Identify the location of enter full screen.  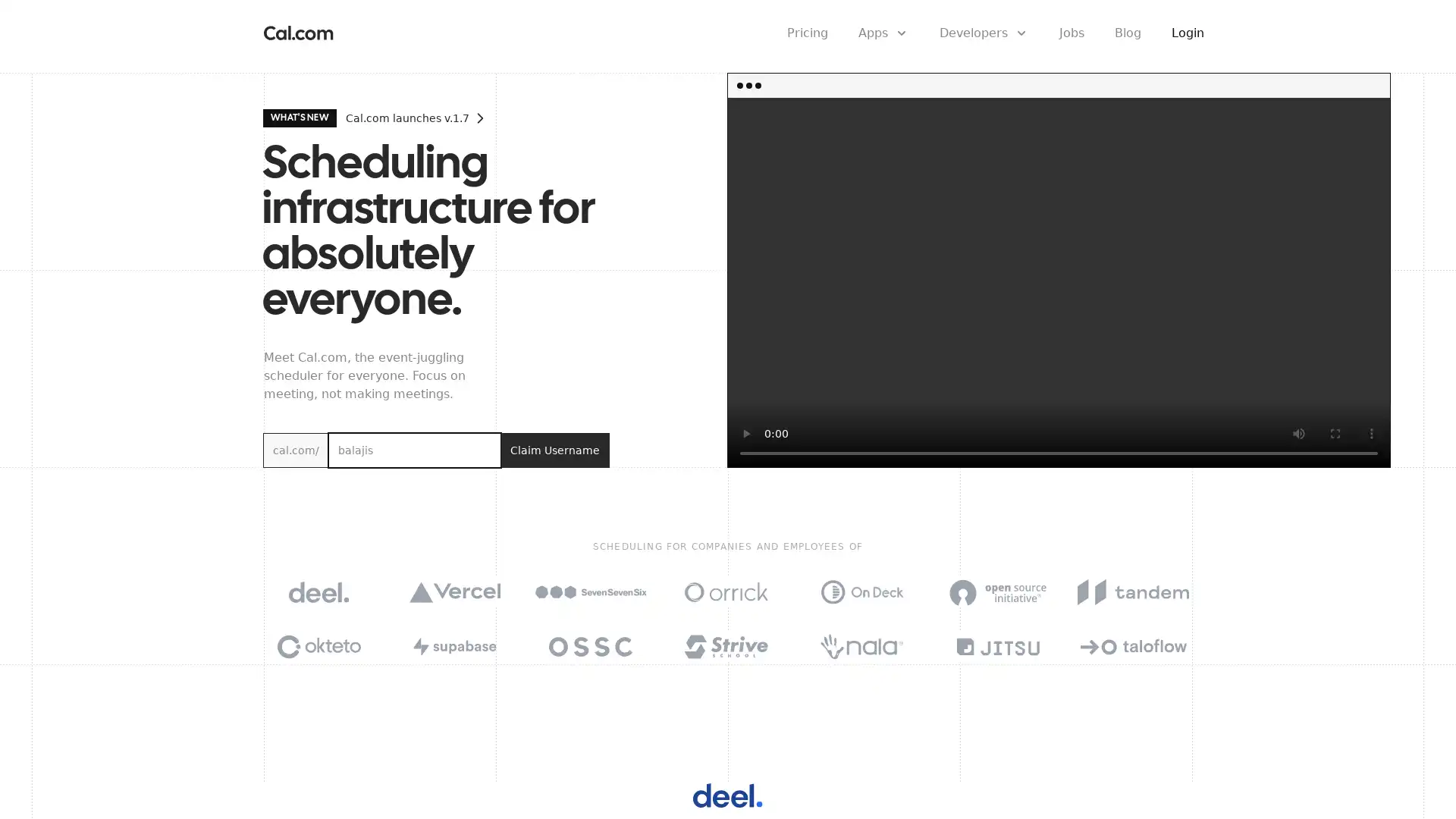
(1335, 433).